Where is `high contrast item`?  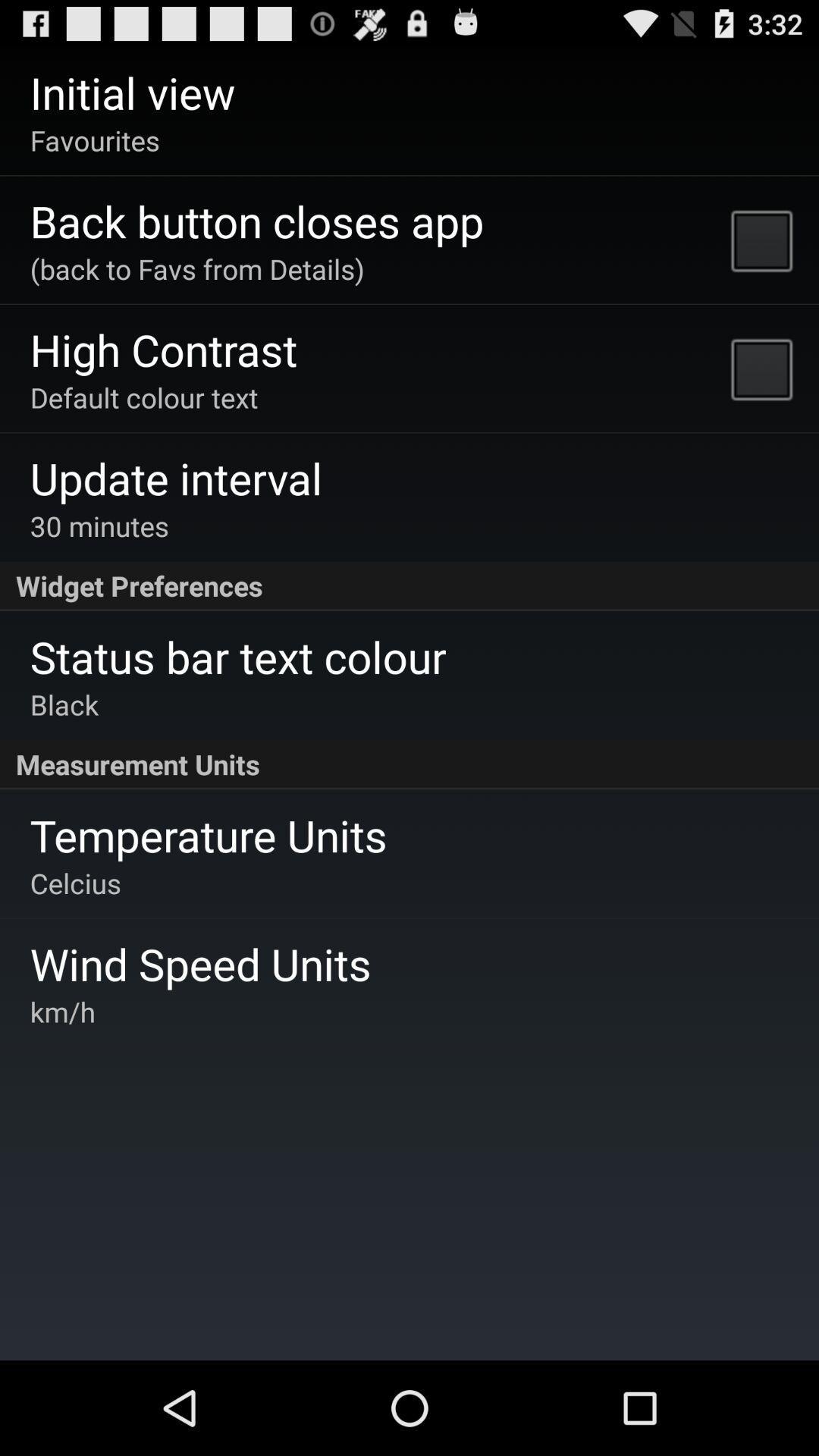
high contrast item is located at coordinates (164, 348).